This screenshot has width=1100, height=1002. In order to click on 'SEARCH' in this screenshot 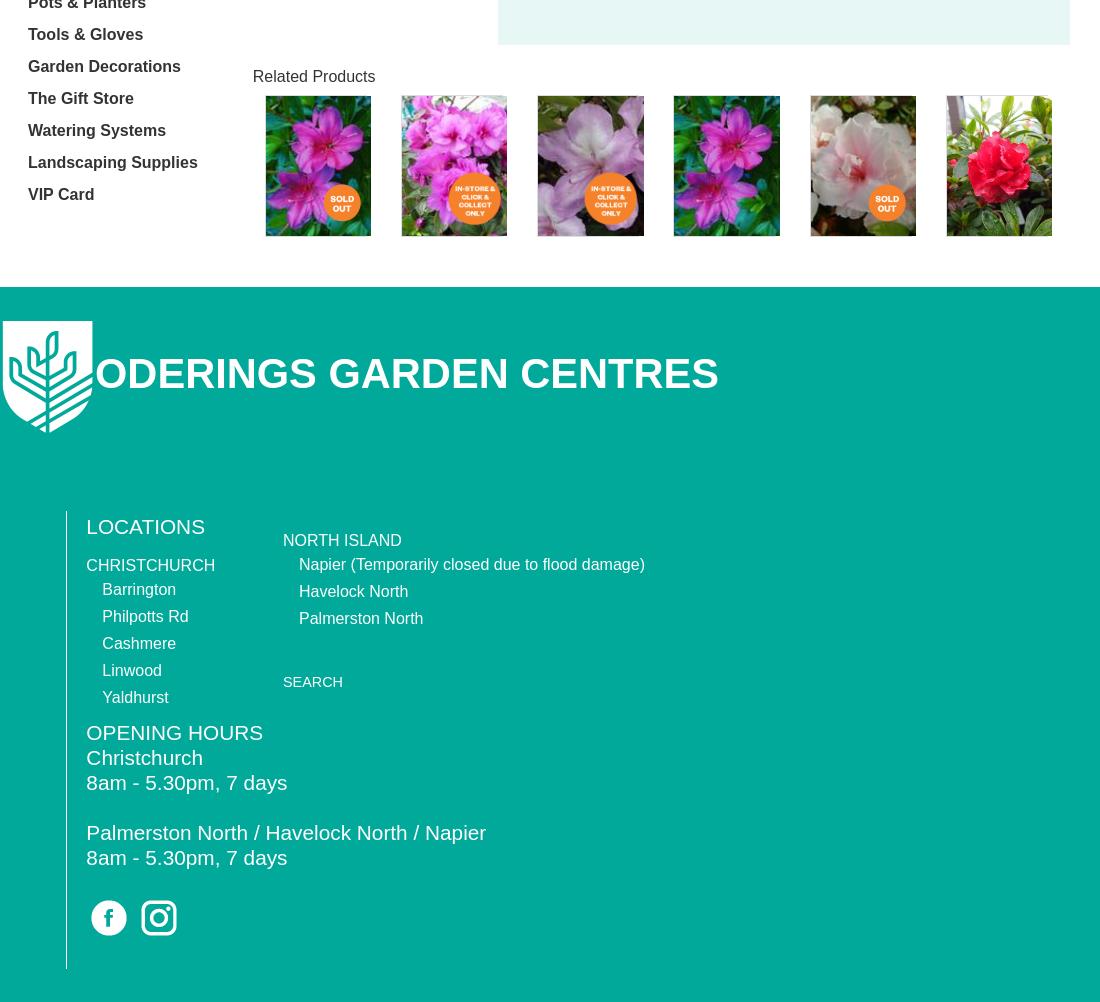, I will do `click(311, 681)`.